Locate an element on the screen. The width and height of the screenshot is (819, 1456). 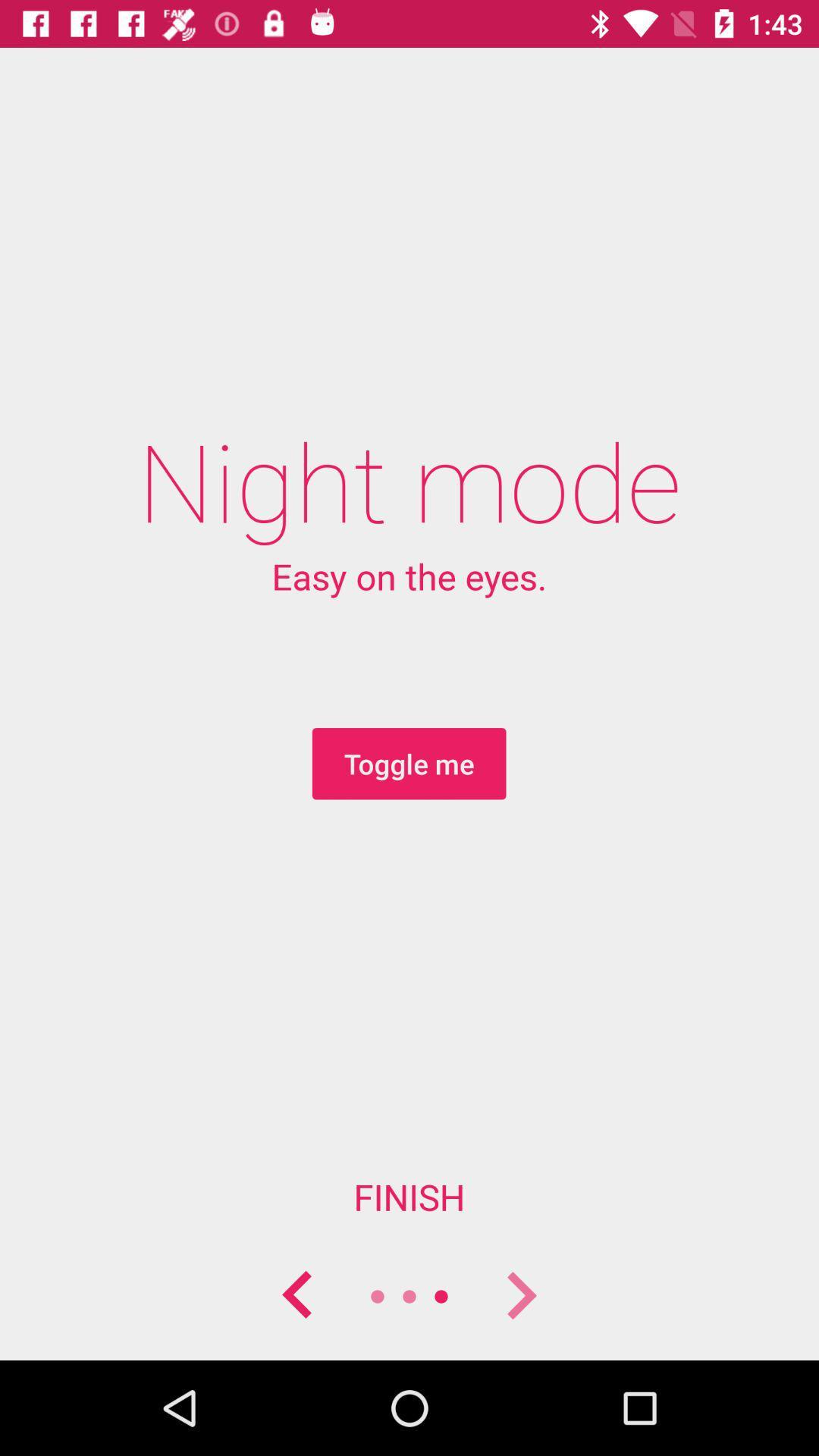
go back is located at coordinates (298, 1295).